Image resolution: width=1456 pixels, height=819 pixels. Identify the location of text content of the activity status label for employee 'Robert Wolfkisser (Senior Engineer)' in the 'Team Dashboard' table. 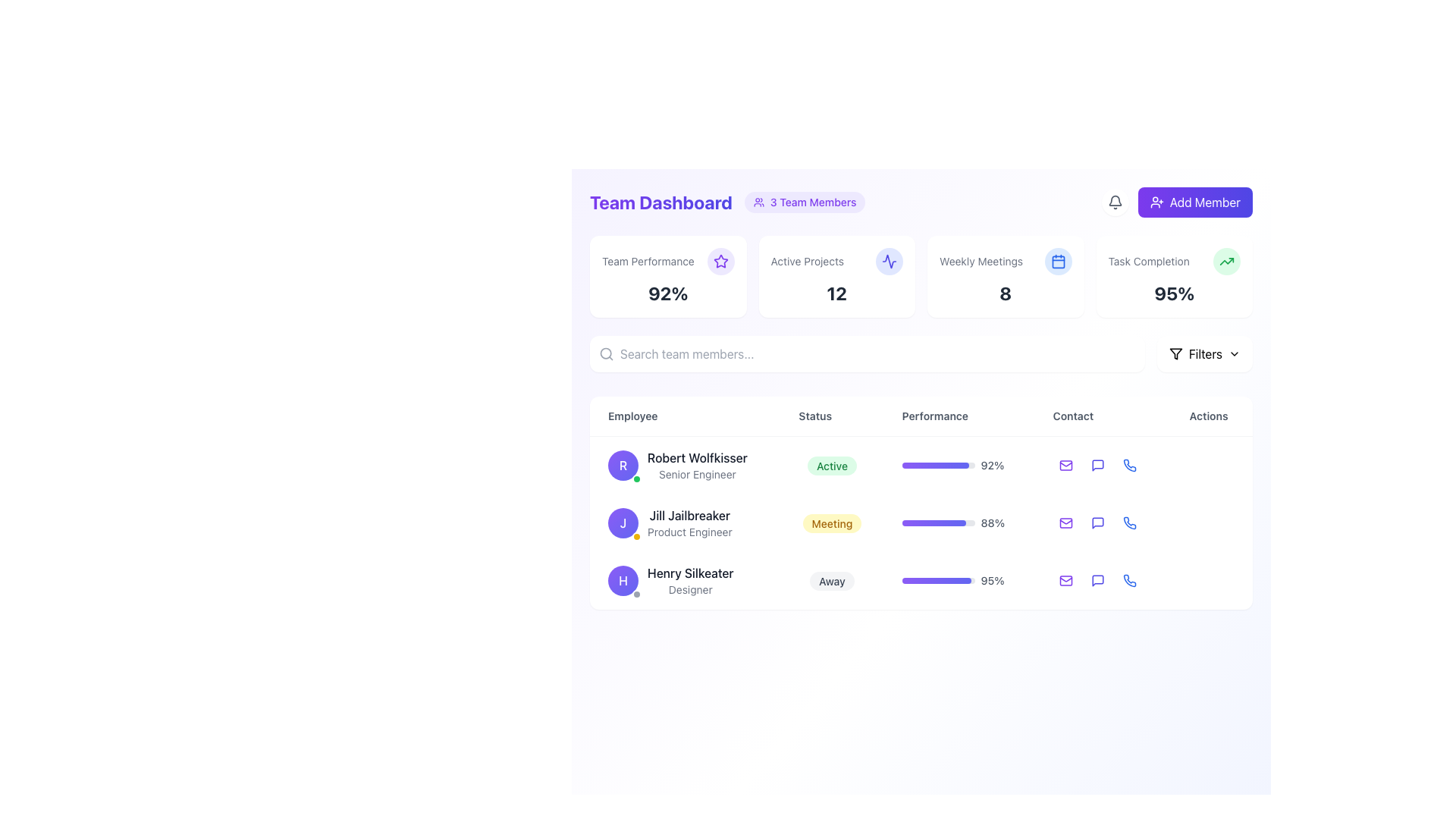
(831, 464).